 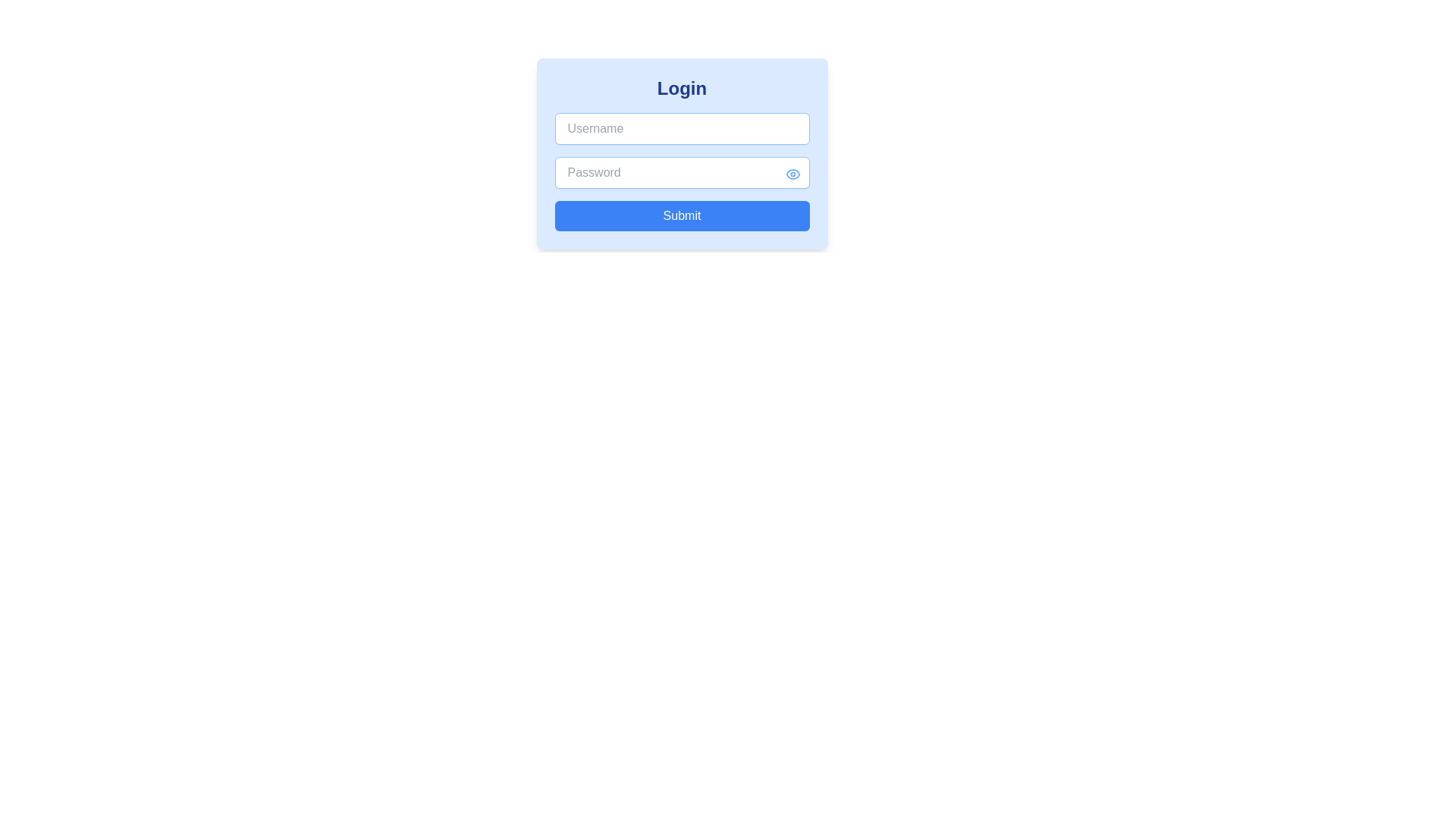 I want to click on the submission button located at the bottom of the login form, so click(x=681, y=216).